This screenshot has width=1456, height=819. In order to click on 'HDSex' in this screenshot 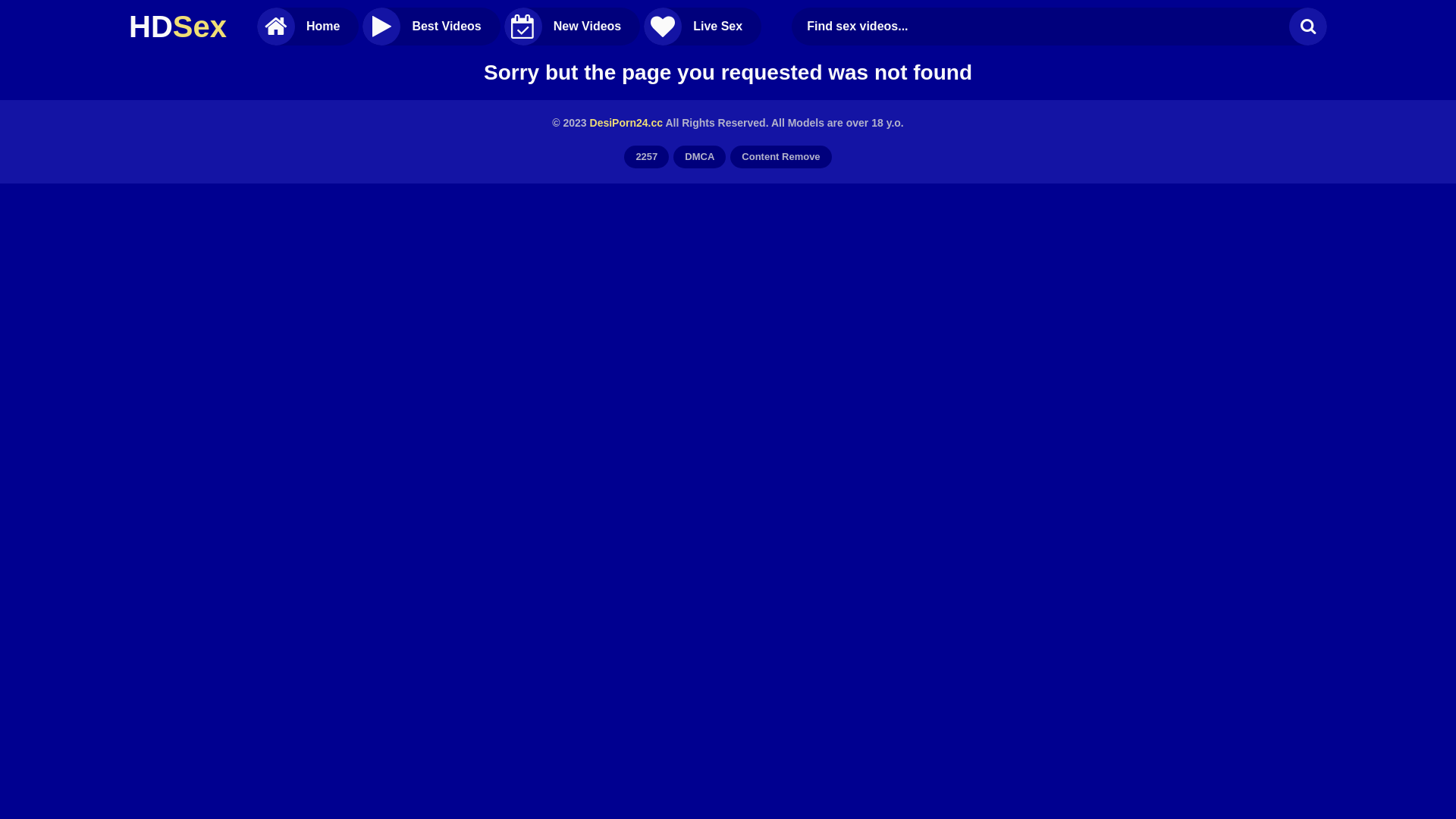, I will do `click(177, 26)`.